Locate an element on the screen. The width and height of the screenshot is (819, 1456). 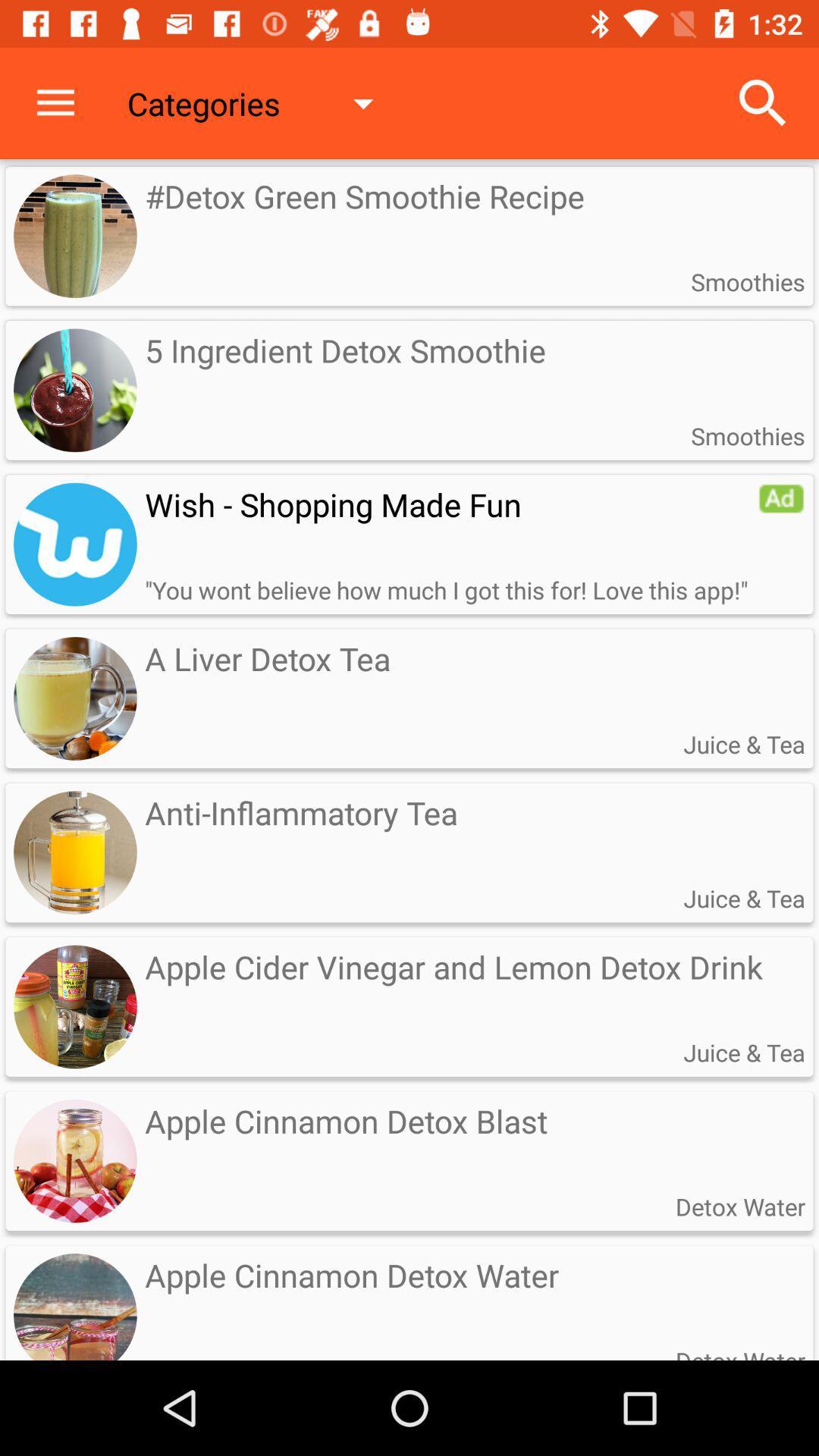
the icon next to the wish shopping made icon is located at coordinates (781, 498).